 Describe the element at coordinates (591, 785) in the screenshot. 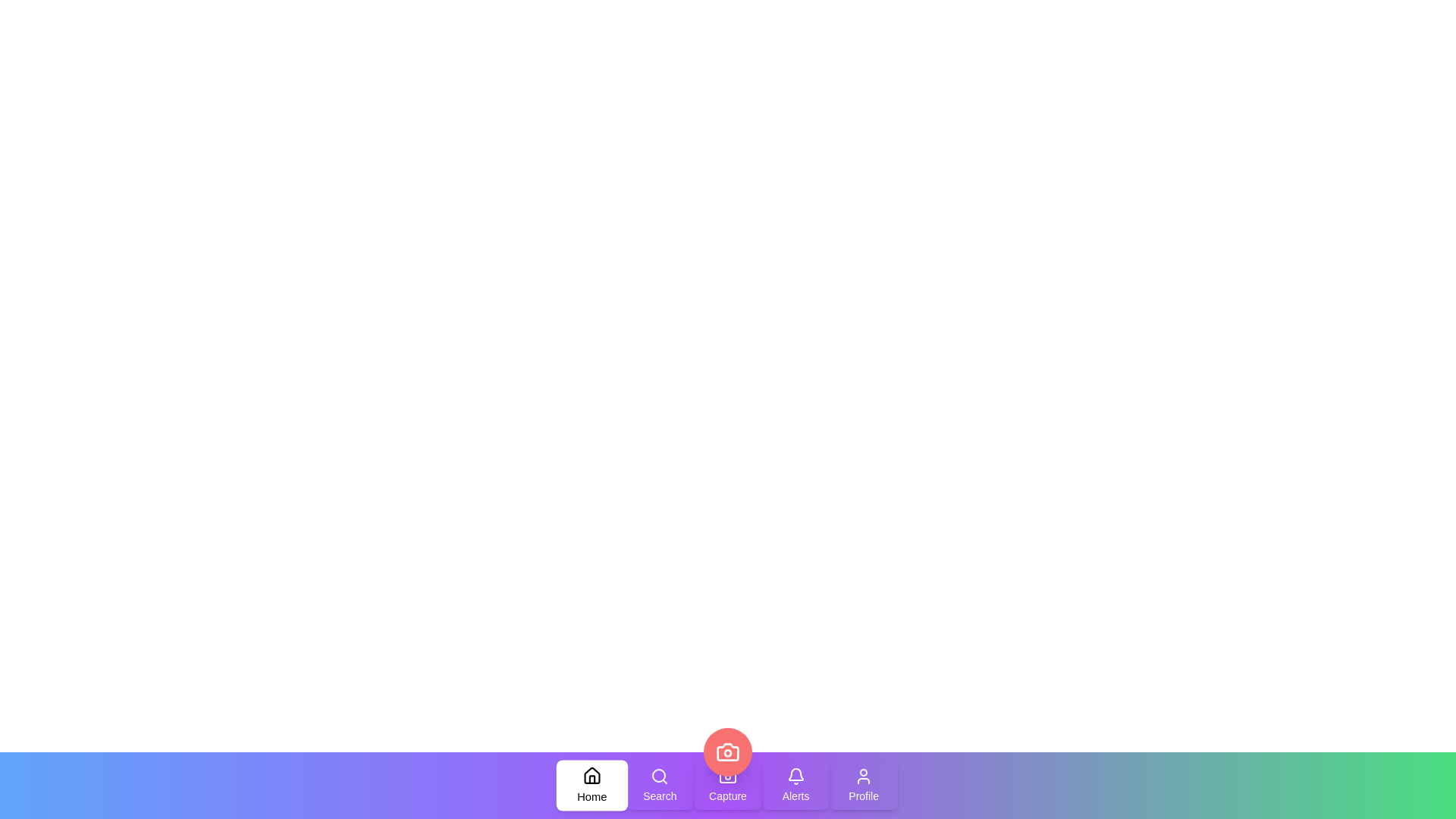

I see `the Home tab to activate it` at that location.